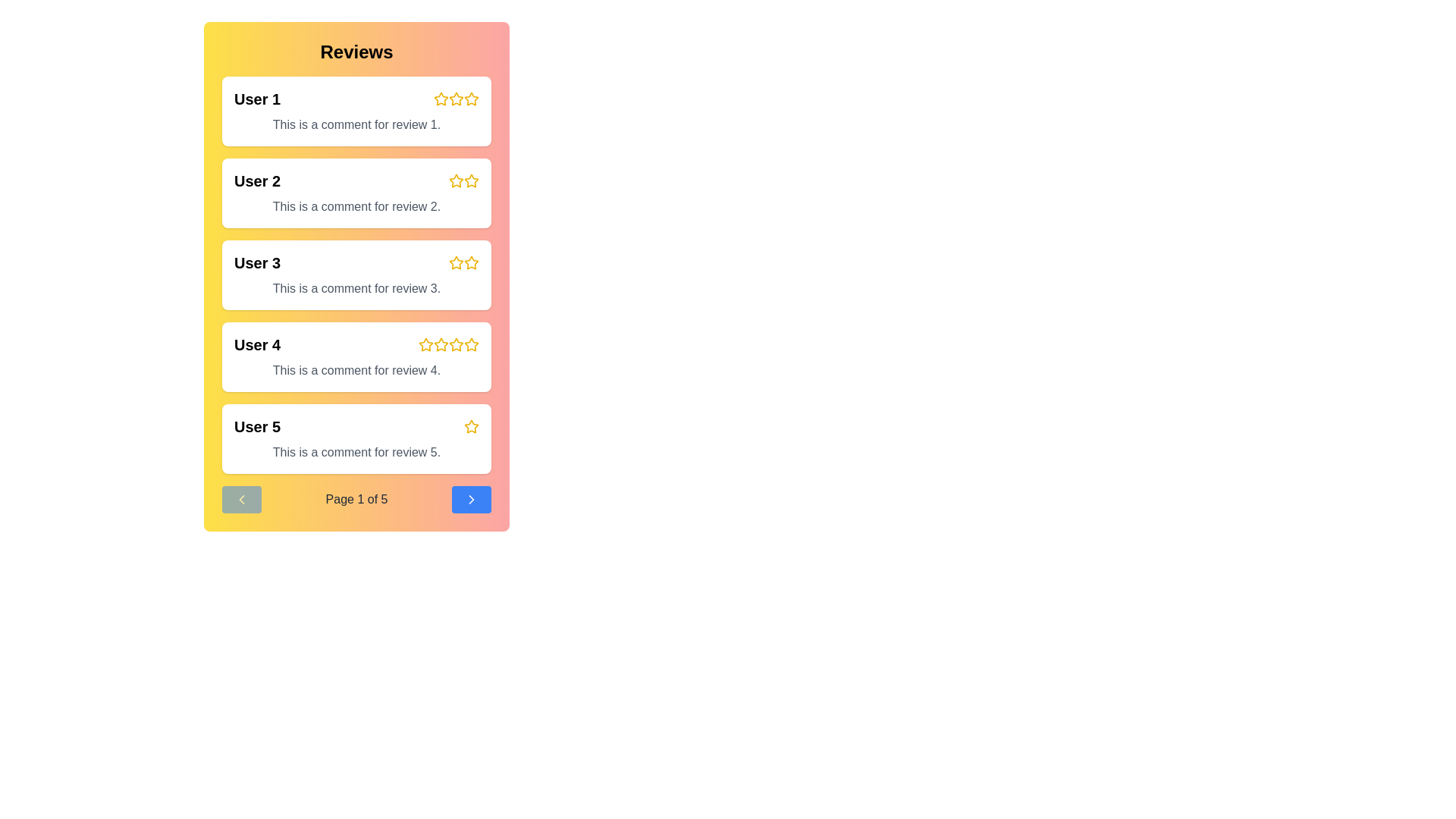  I want to click on the fifth star icon in the star rating system for 'User 5', so click(471, 426).